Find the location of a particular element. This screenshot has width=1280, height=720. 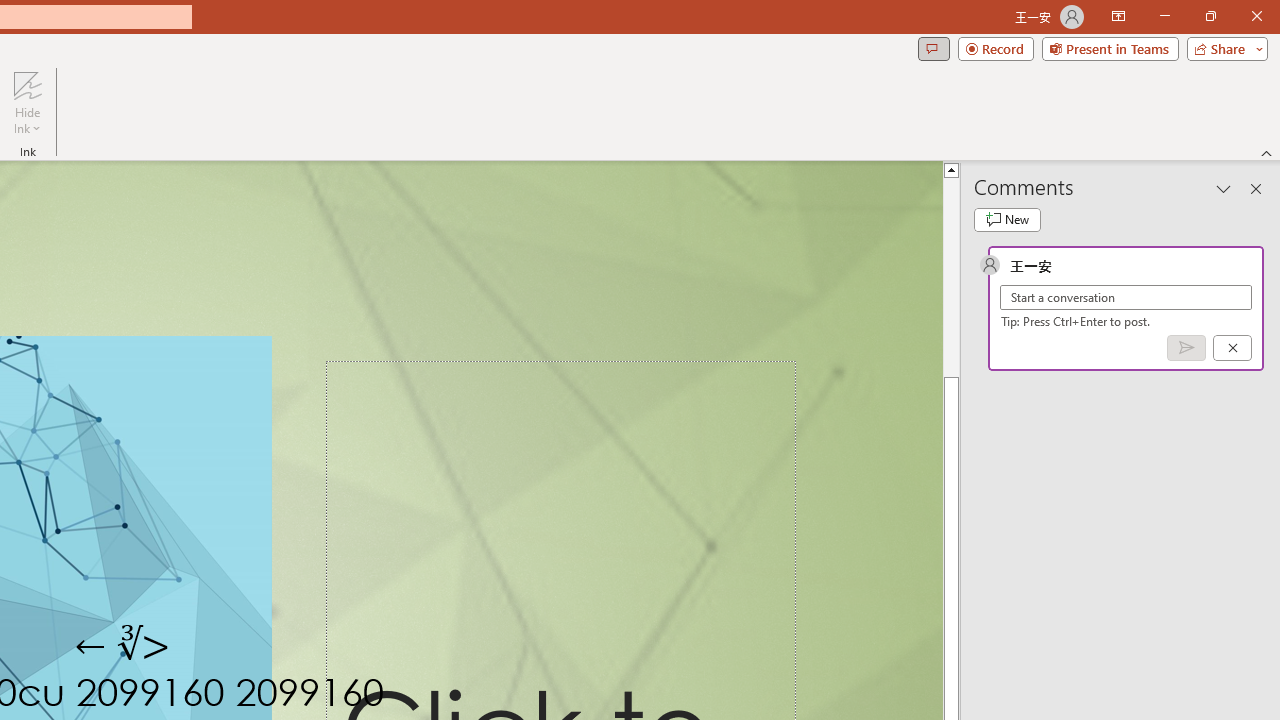

'TextBox 7' is located at coordinates (122, 645).